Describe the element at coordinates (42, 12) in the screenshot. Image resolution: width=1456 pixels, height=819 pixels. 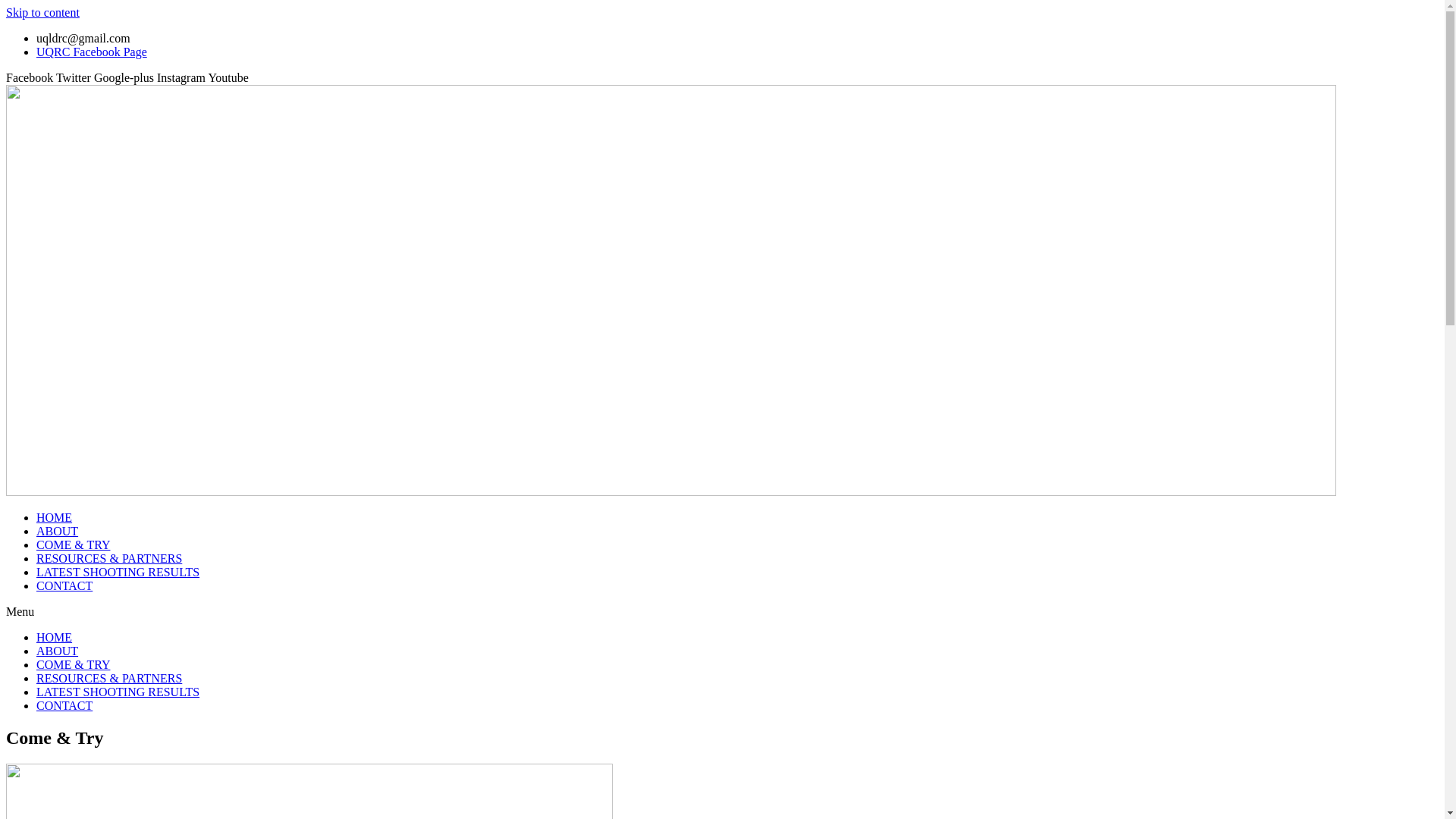
I see `'Skip to content'` at that location.